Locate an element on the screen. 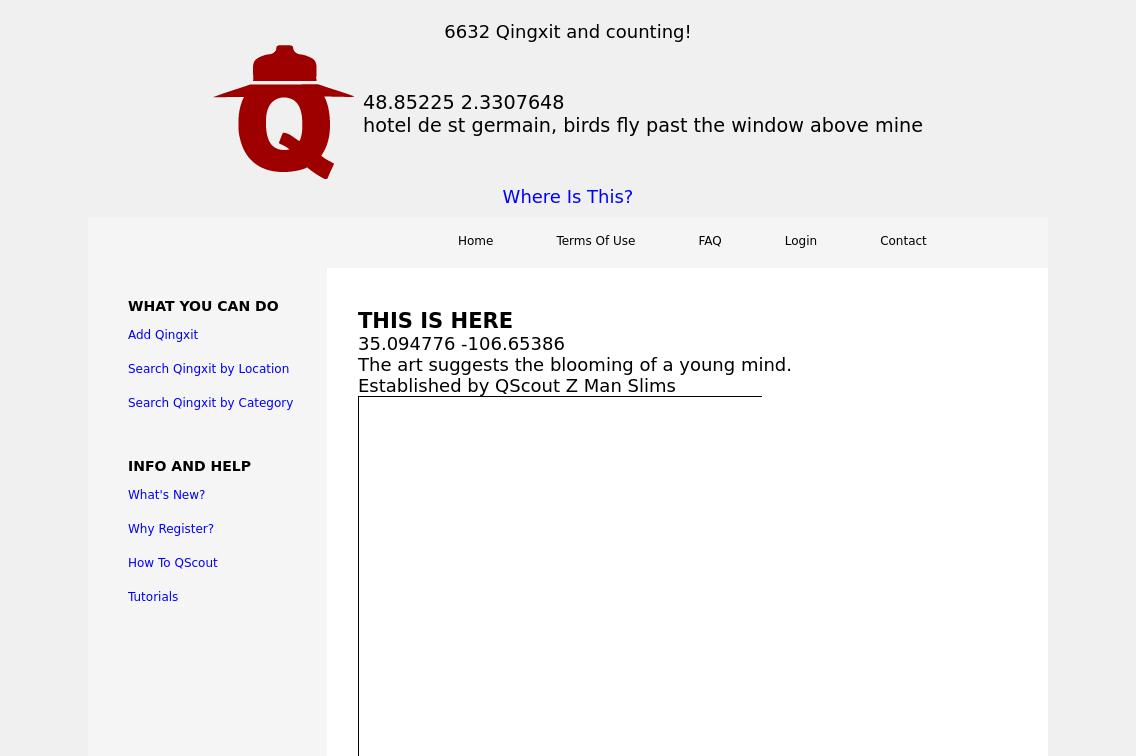 This screenshot has height=756, width=1136. 'What You Can Do' is located at coordinates (203, 306).